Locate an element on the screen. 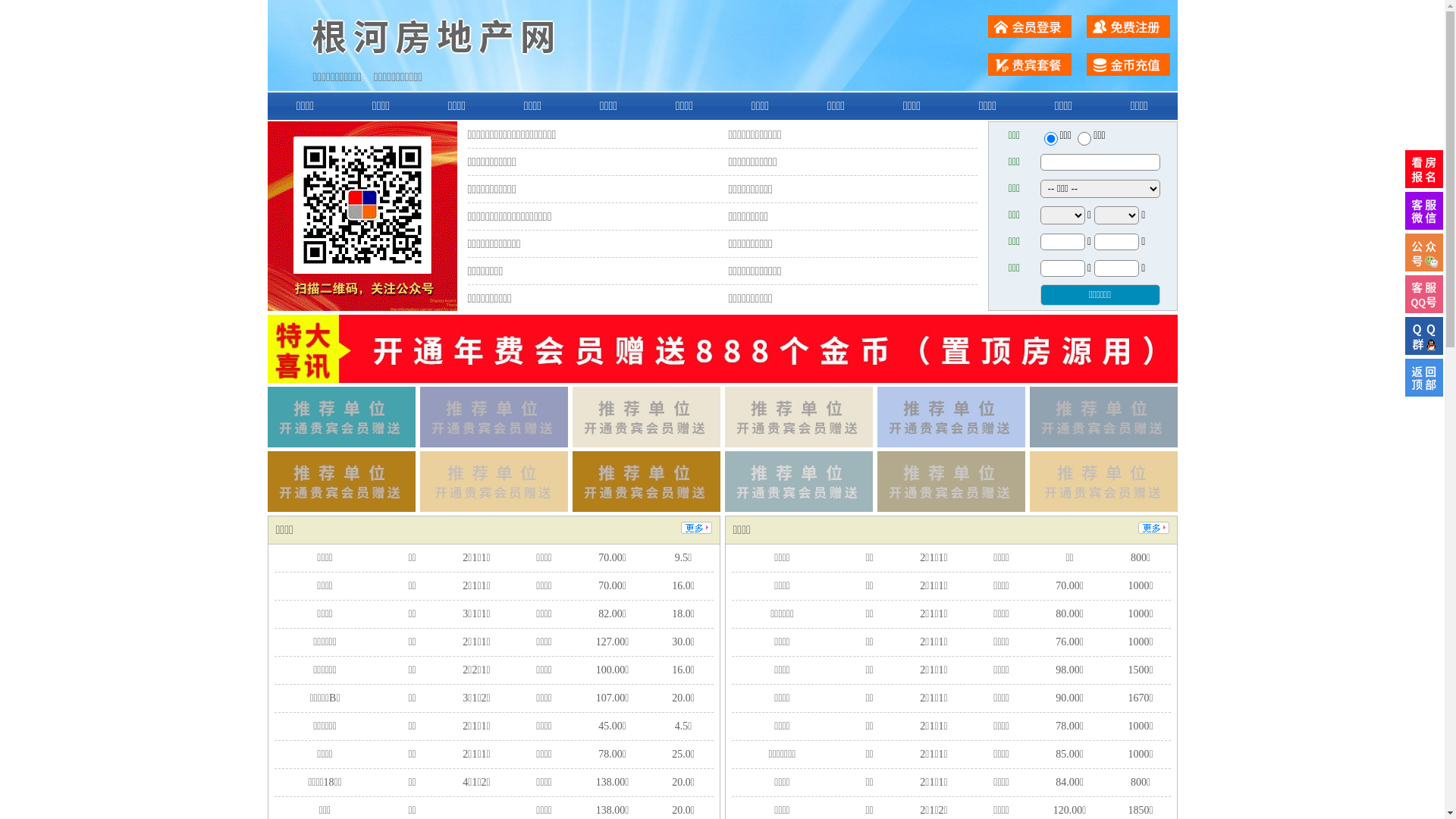 The image size is (1456, 819). 'chuzu' is located at coordinates (1084, 138).